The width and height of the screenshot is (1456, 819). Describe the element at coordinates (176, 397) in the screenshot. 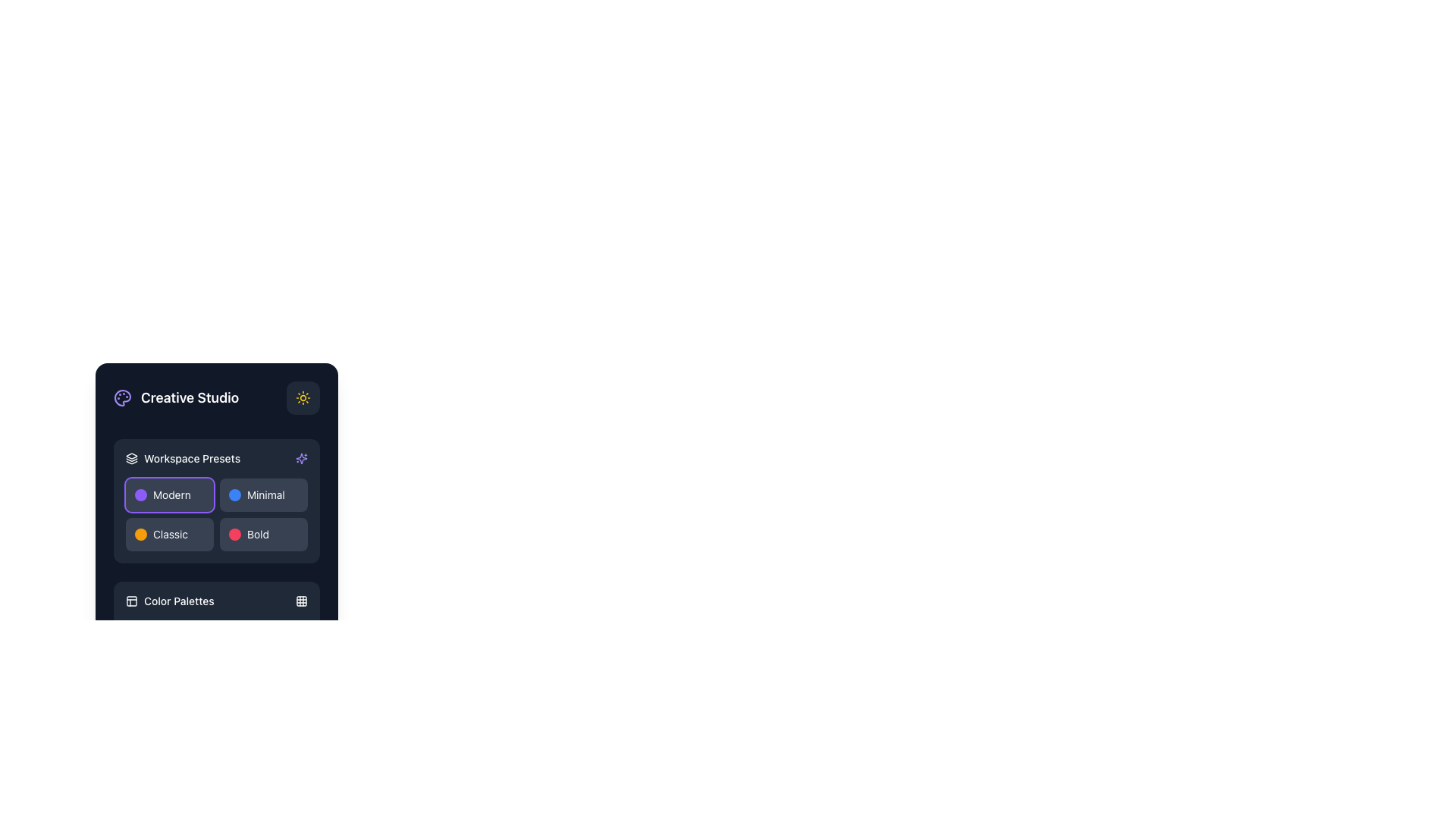

I see `the 'Creative Studio' label, which consists of a painter's palette icon in purple and the text aligned to the right, located in the top-left corner of its section` at that location.